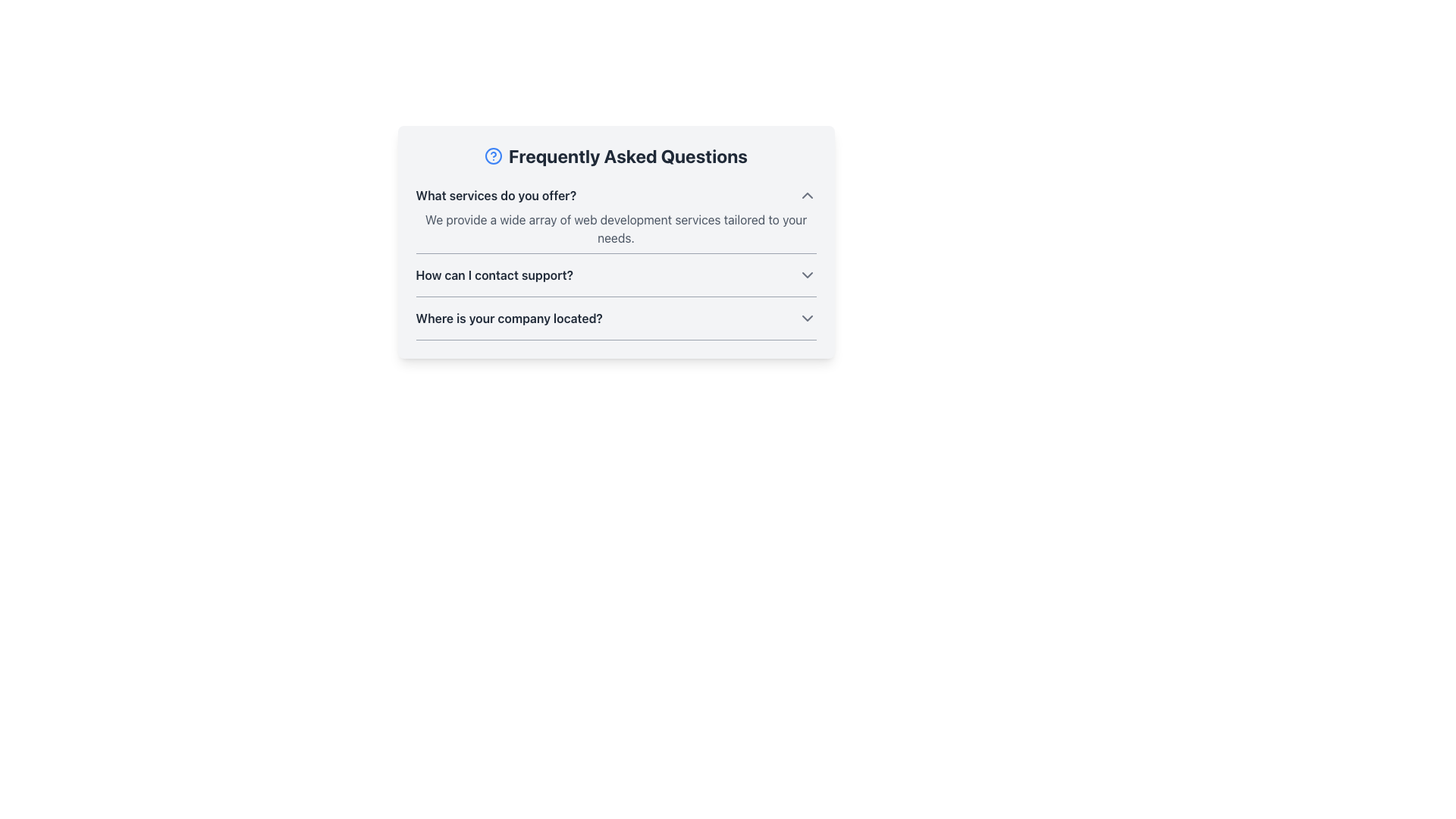  I want to click on the text label that reads 'Where is your company located?' in the Frequently Asked Questions section, so click(509, 318).